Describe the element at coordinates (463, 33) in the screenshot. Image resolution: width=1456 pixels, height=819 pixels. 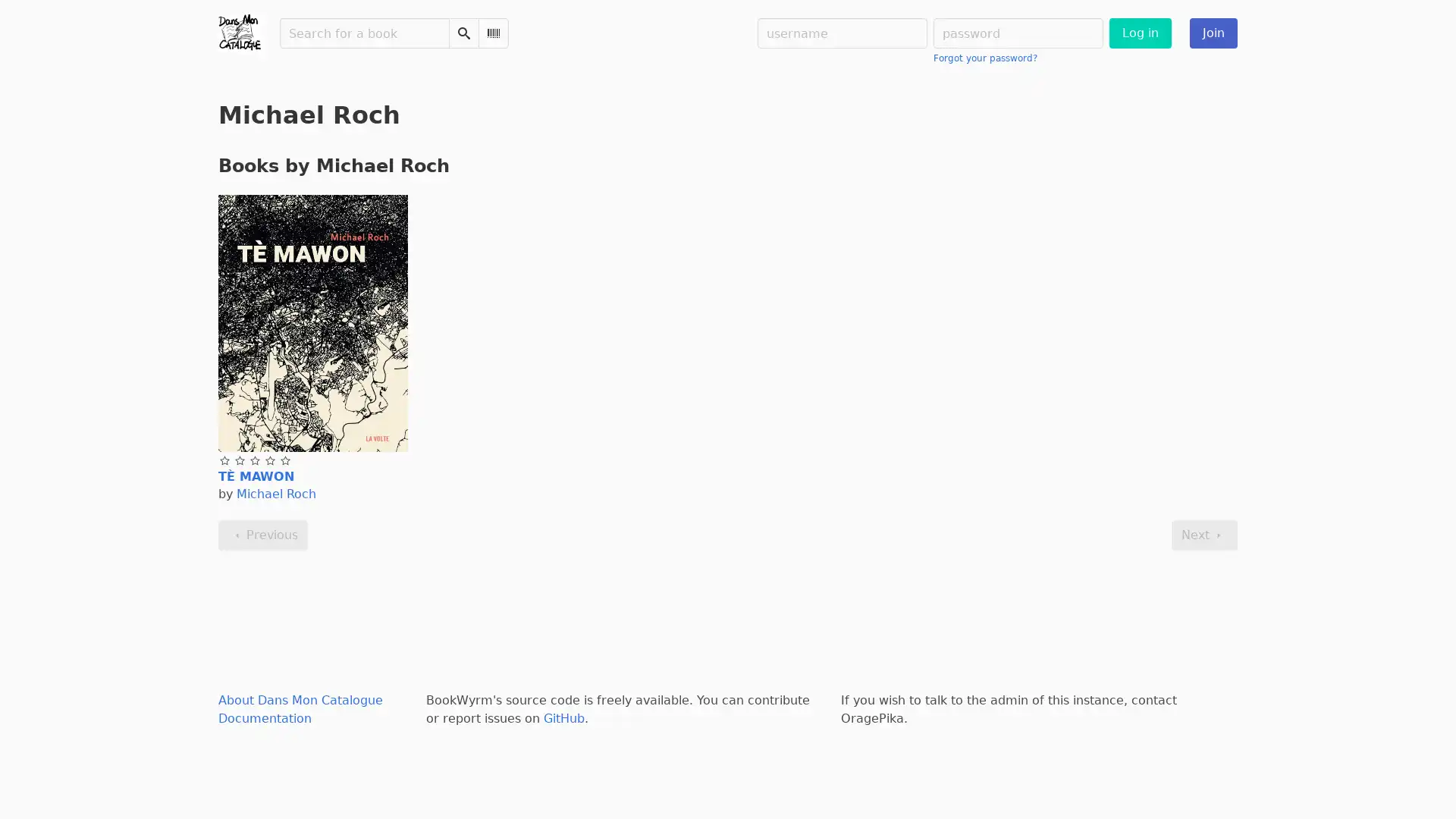
I see `Search` at that location.